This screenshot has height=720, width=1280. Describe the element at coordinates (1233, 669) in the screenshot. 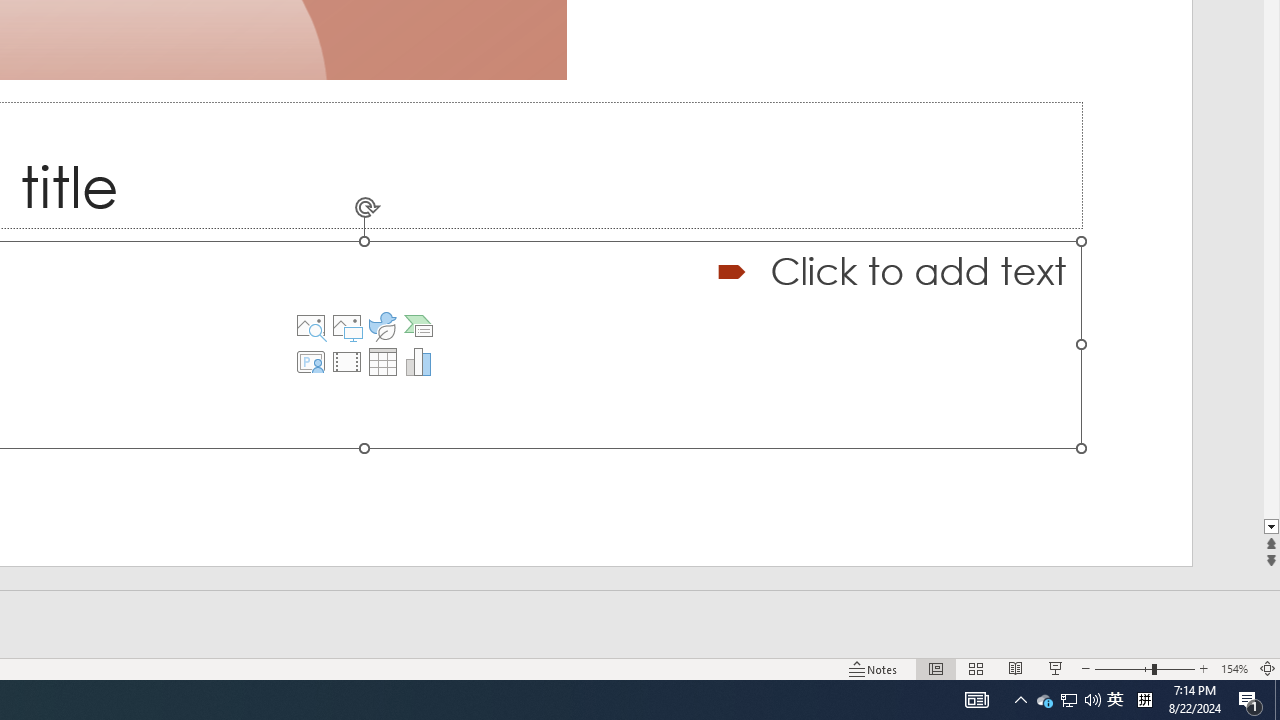

I see `'Zoom 154%'` at that location.